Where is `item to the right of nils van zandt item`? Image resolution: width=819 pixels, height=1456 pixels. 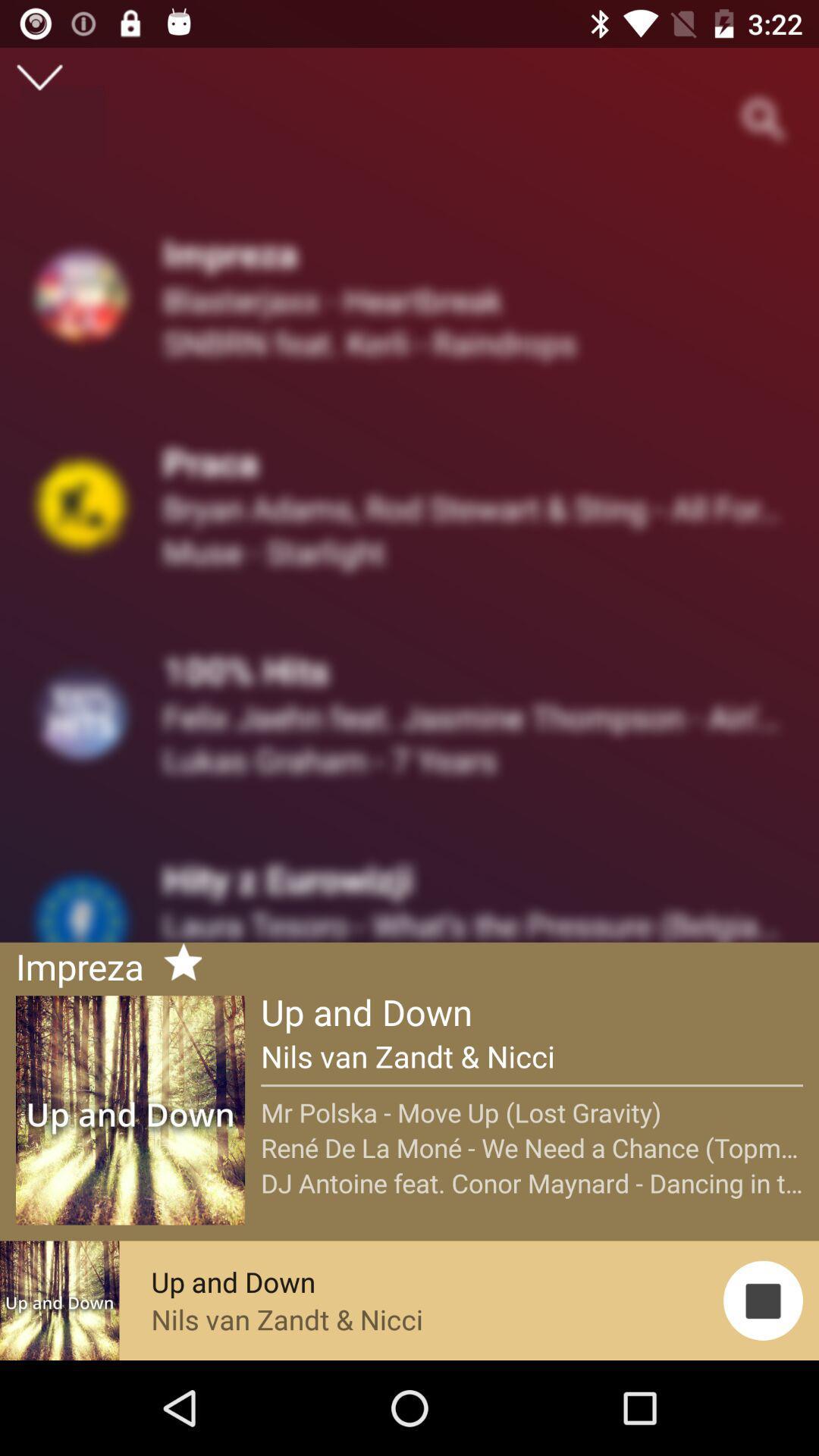 item to the right of nils van zandt item is located at coordinates (763, 1300).